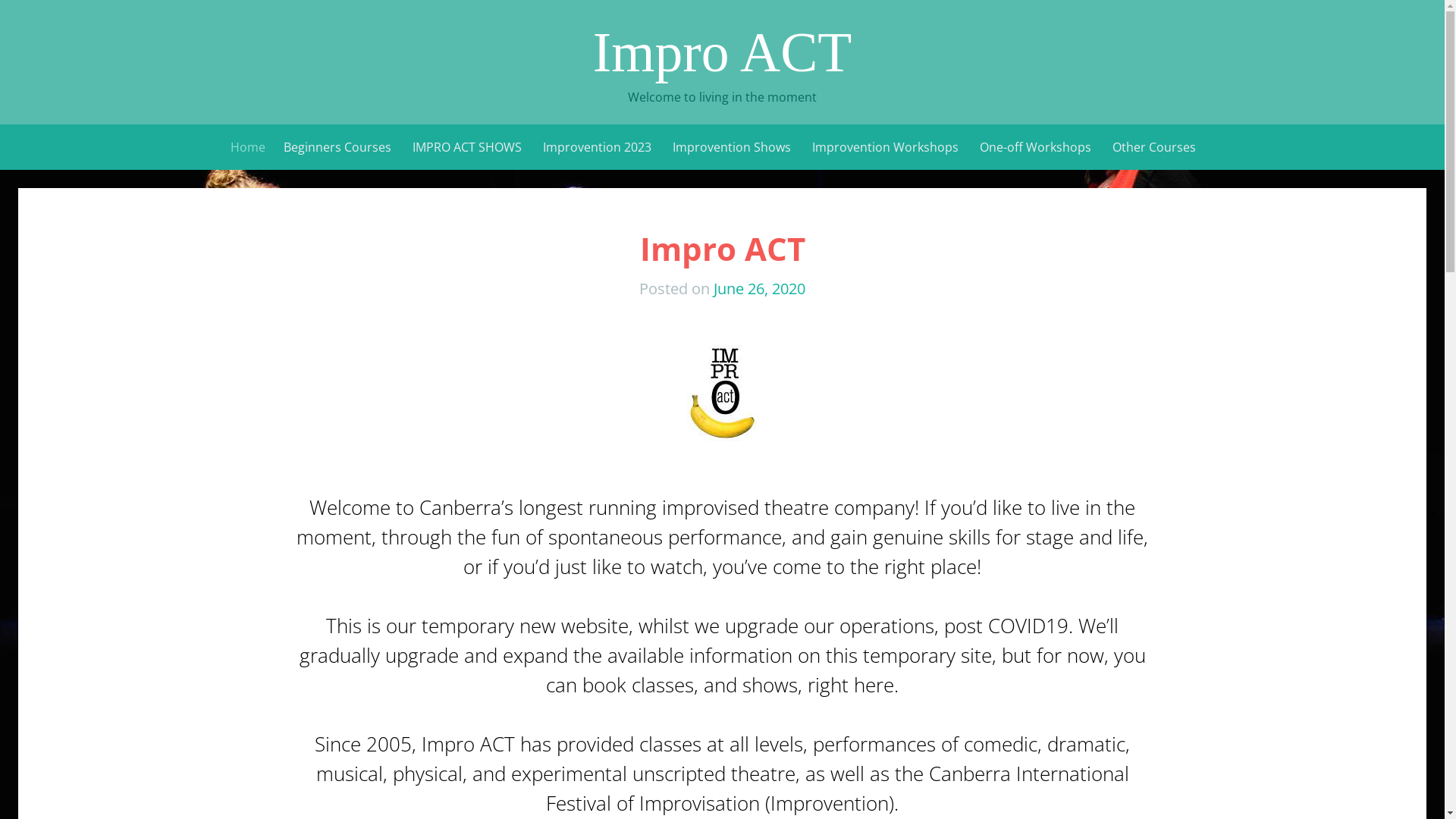 This screenshot has width=1456, height=819. What do you see at coordinates (885, 146) in the screenshot?
I see `'Improvention Workshops'` at bounding box center [885, 146].